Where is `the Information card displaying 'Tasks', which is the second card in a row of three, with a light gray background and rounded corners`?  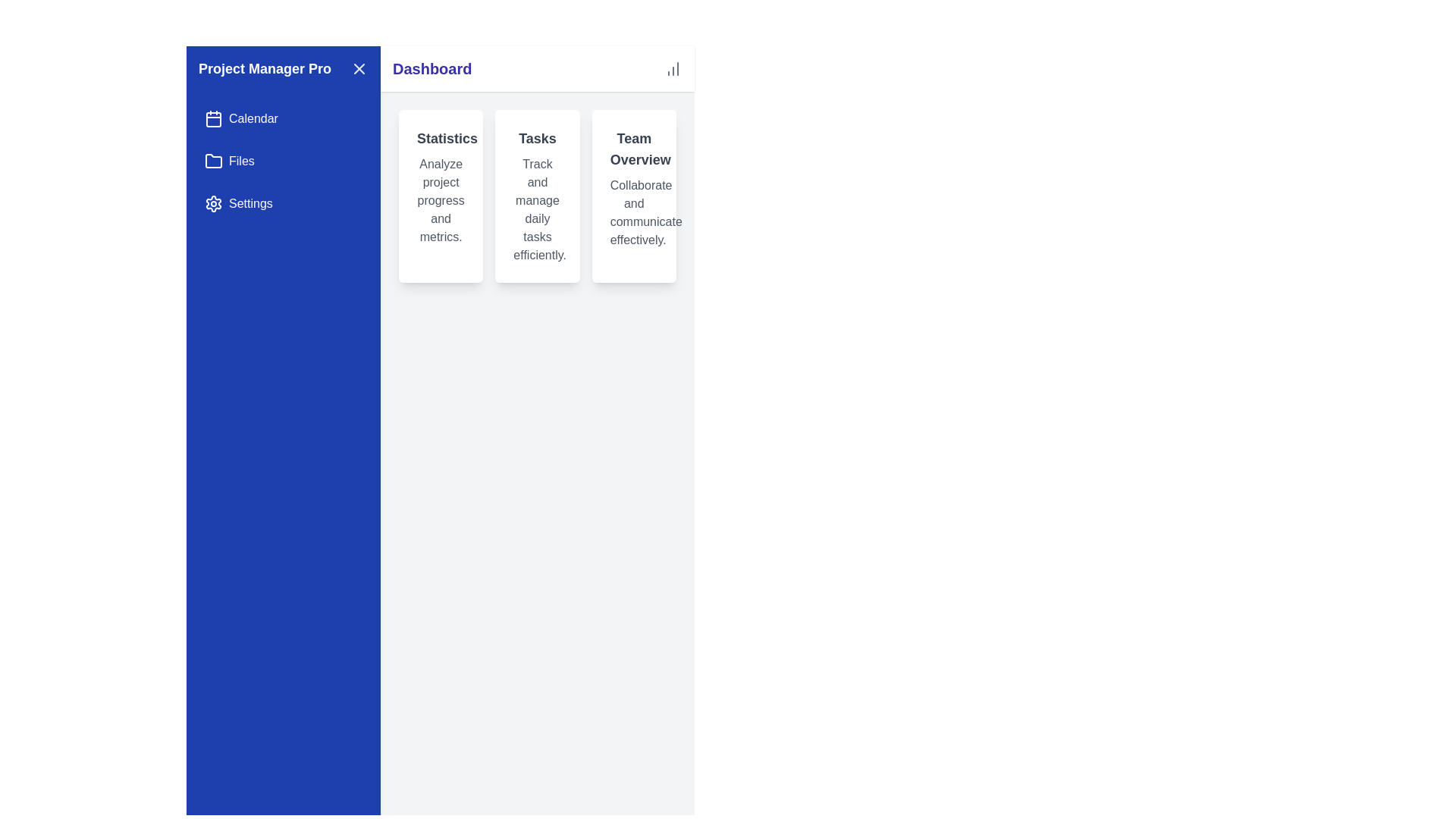 the Information card displaying 'Tasks', which is the second card in a row of three, with a light gray background and rounded corners is located at coordinates (538, 195).